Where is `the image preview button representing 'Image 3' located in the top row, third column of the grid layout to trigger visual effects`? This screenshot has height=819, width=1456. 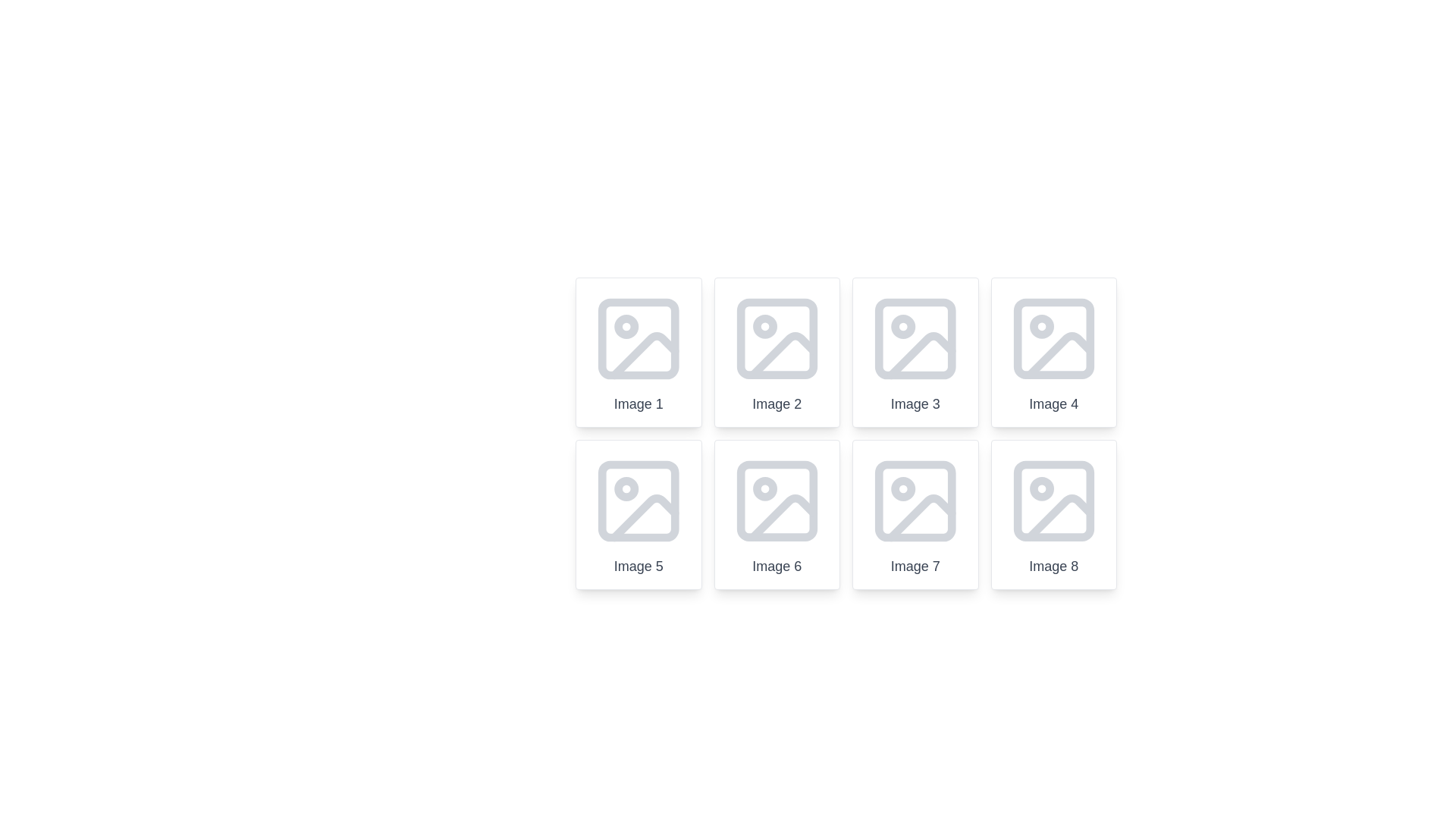 the image preview button representing 'Image 3' located in the top row, third column of the grid layout to trigger visual effects is located at coordinates (915, 353).